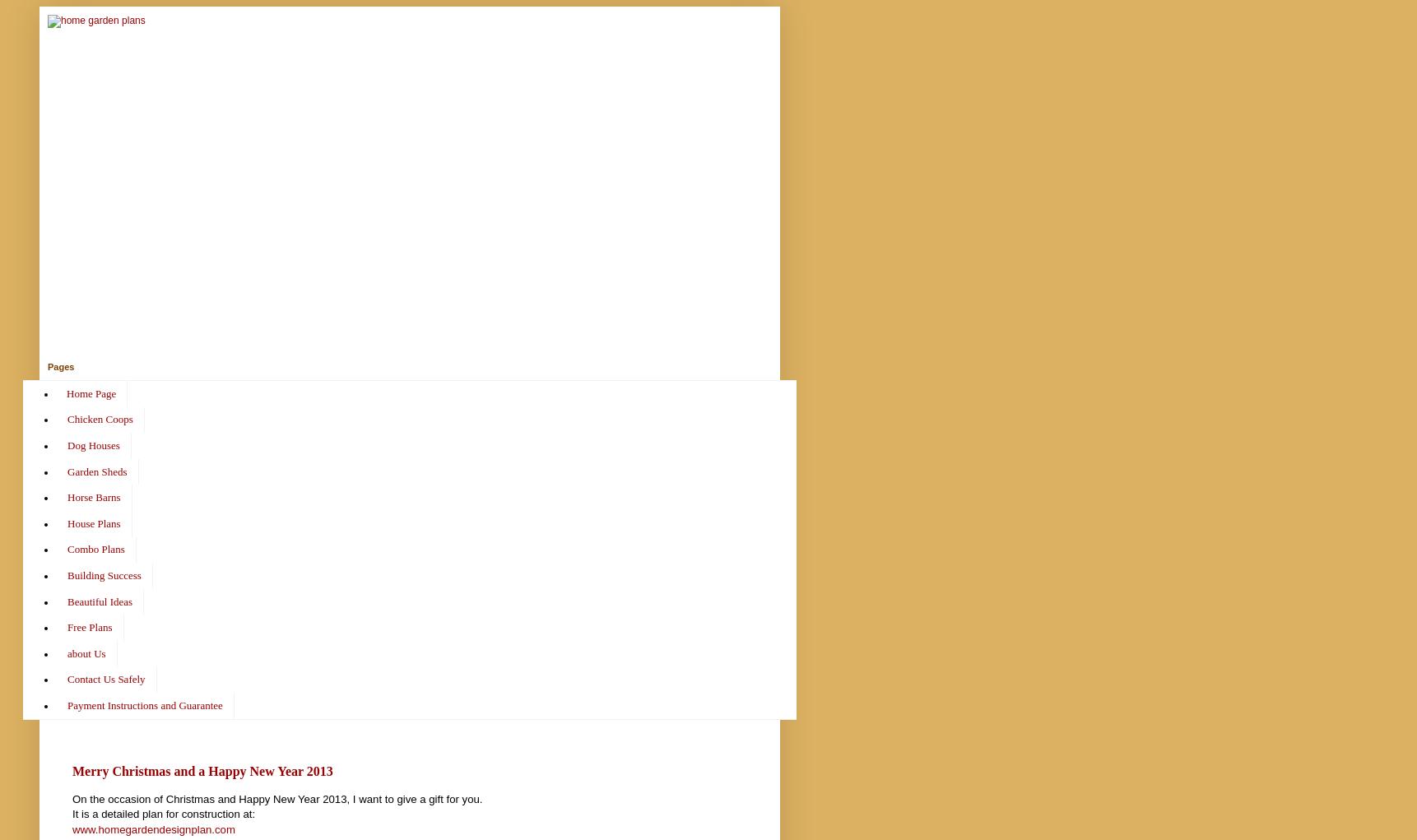 This screenshot has height=840, width=1417. I want to click on 'It is a detailed plan for construction at:', so click(163, 814).